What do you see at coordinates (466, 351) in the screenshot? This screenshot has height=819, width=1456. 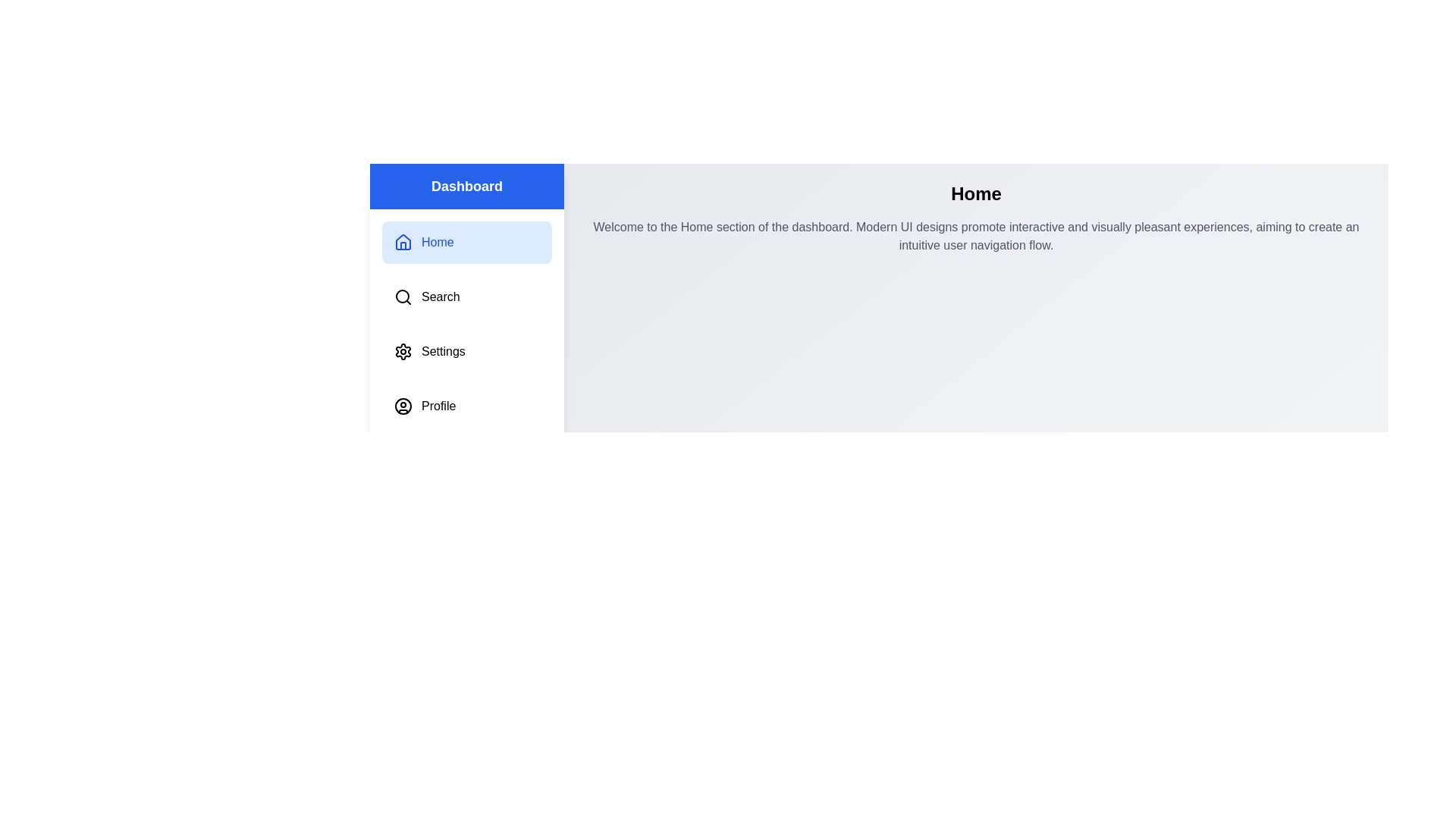 I see `the menu item labeled Settings` at bounding box center [466, 351].